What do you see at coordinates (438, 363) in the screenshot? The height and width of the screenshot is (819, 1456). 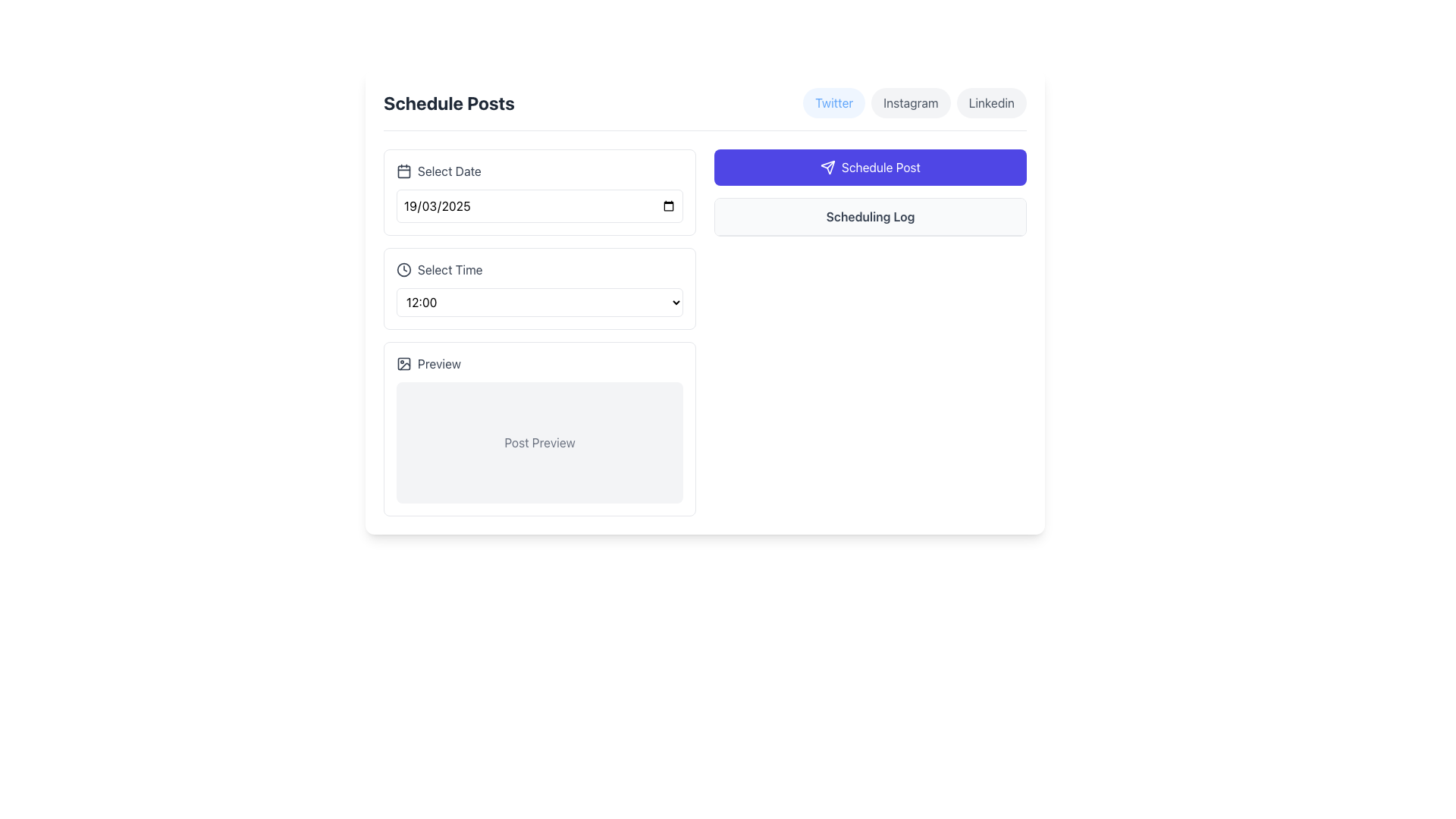 I see `the 'Preview' text label, which is styled with dark text color and positioned to the right of an image icon in a horizontal grouping` at bounding box center [438, 363].